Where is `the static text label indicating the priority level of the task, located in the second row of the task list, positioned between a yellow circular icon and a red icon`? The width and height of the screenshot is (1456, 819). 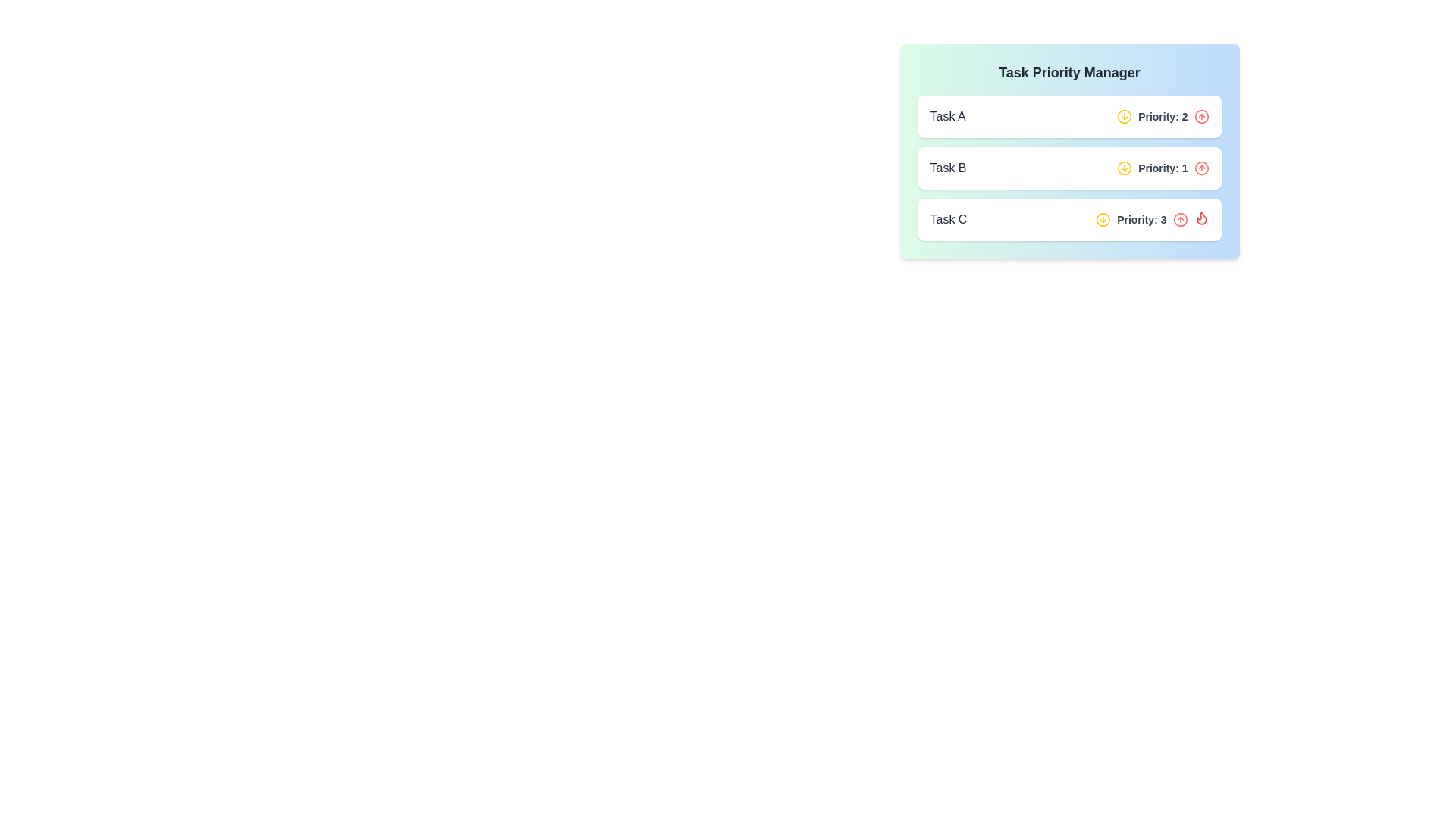 the static text label indicating the priority level of the task, located in the second row of the task list, positioned between a yellow circular icon and a red icon is located at coordinates (1162, 168).